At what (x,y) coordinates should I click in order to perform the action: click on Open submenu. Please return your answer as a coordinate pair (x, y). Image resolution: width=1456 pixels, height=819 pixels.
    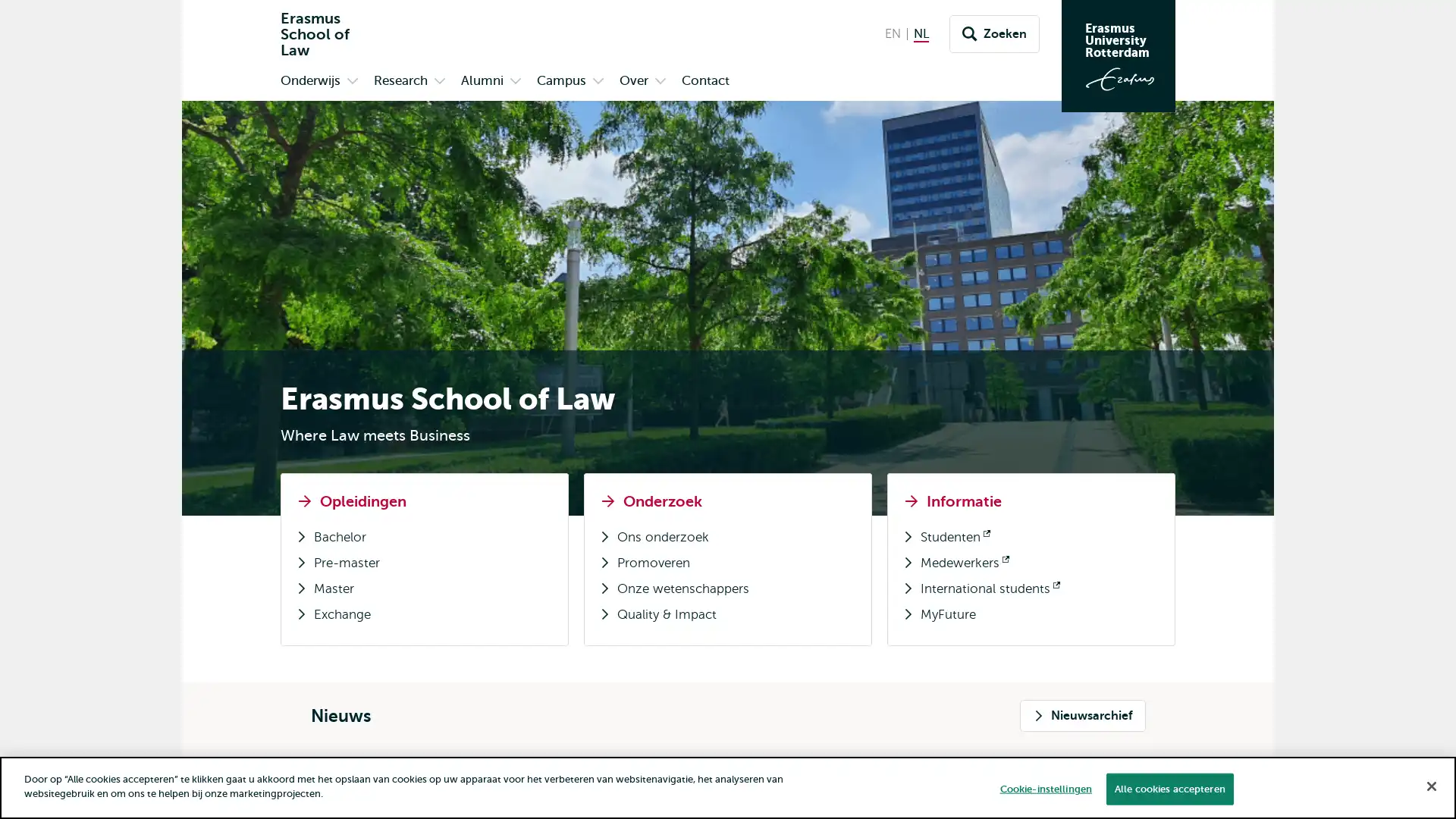
    Looking at the image, I should click on (352, 82).